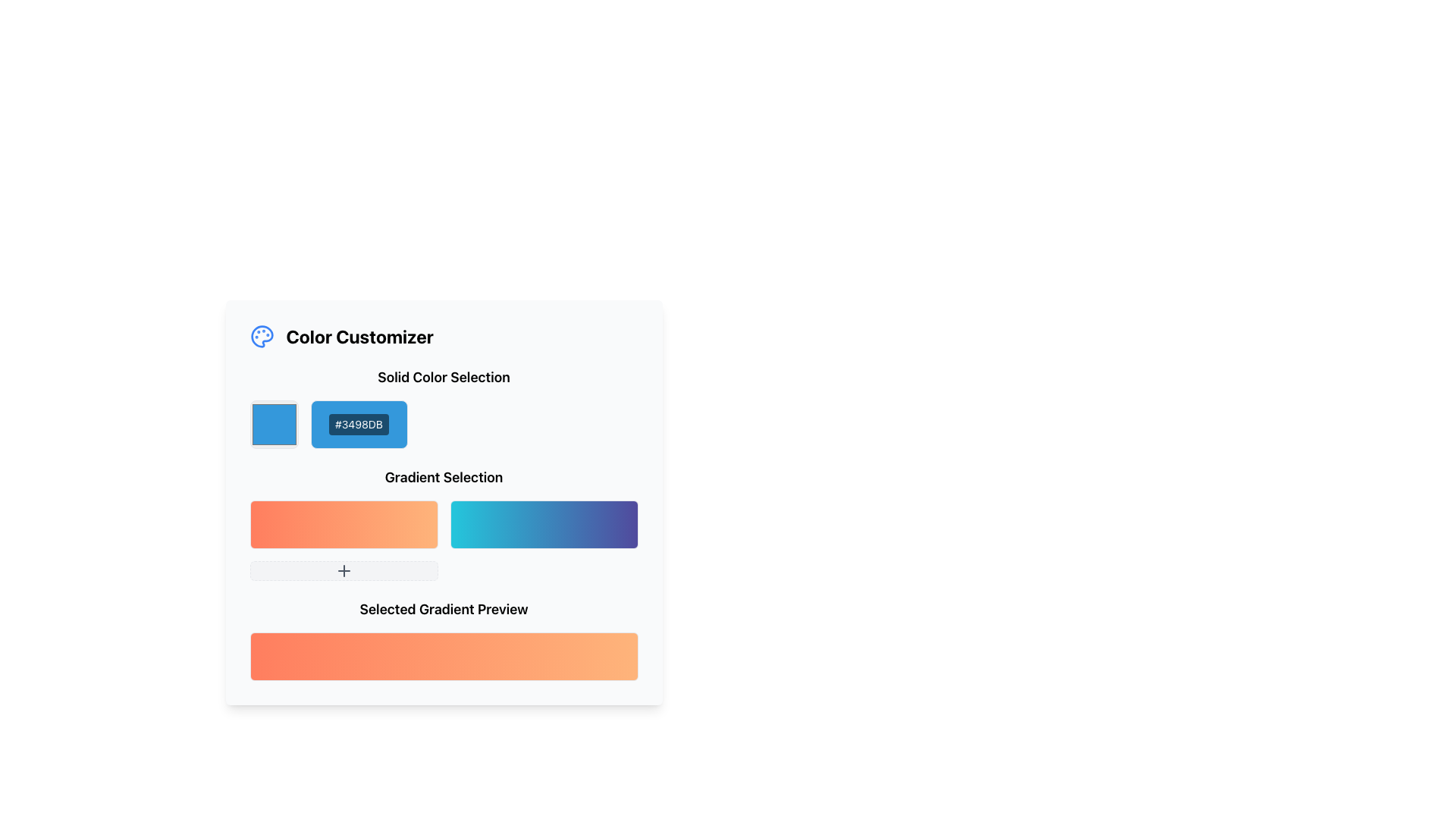 Image resolution: width=1456 pixels, height=819 pixels. Describe the element at coordinates (359, 335) in the screenshot. I see `the header text labeled 'Color Customizer' which is styled with a bold, large font and is located near the top of the section` at that location.